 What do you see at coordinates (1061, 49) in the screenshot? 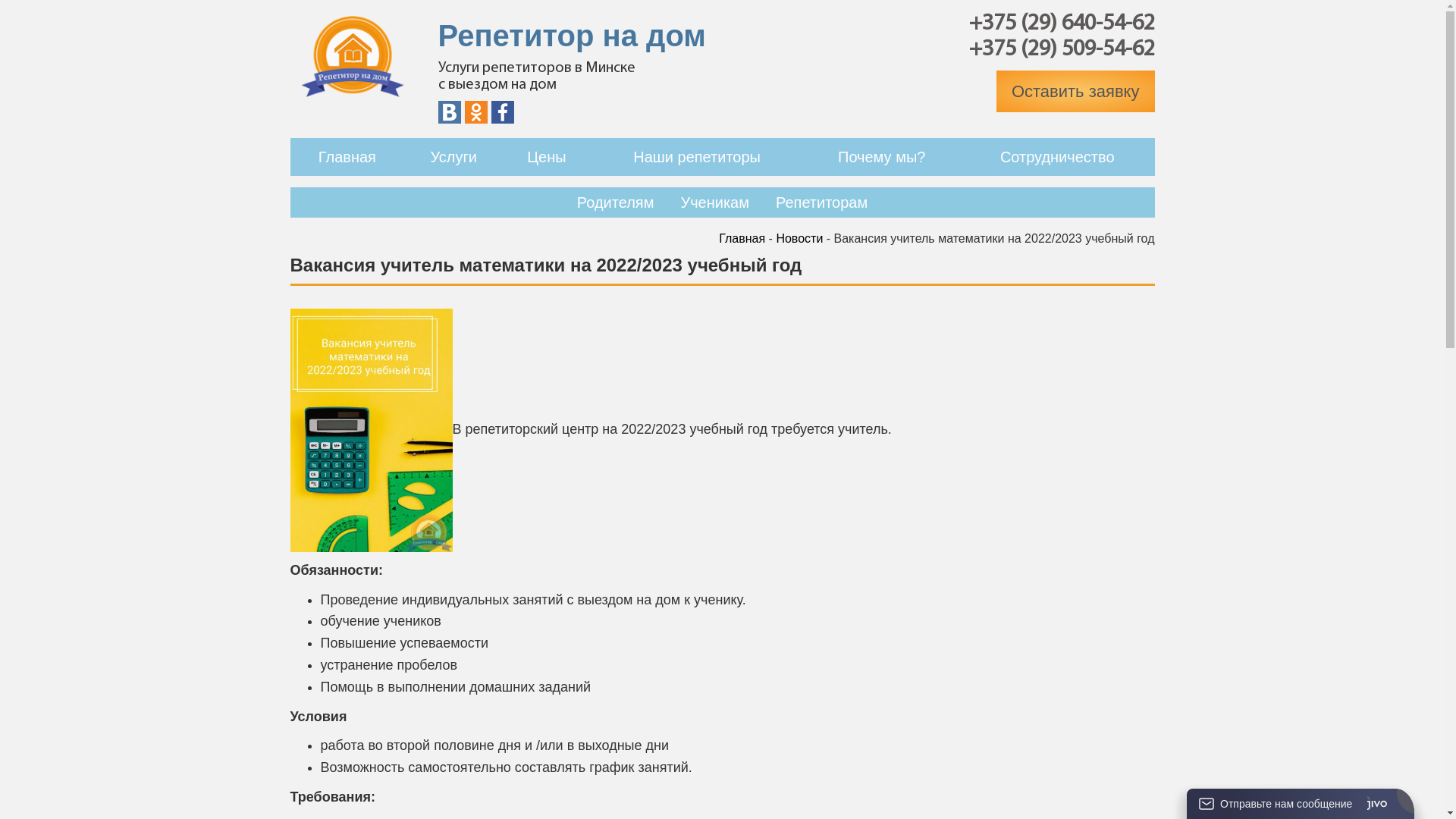
I see `'+375 (29) 509-54-62'` at bounding box center [1061, 49].